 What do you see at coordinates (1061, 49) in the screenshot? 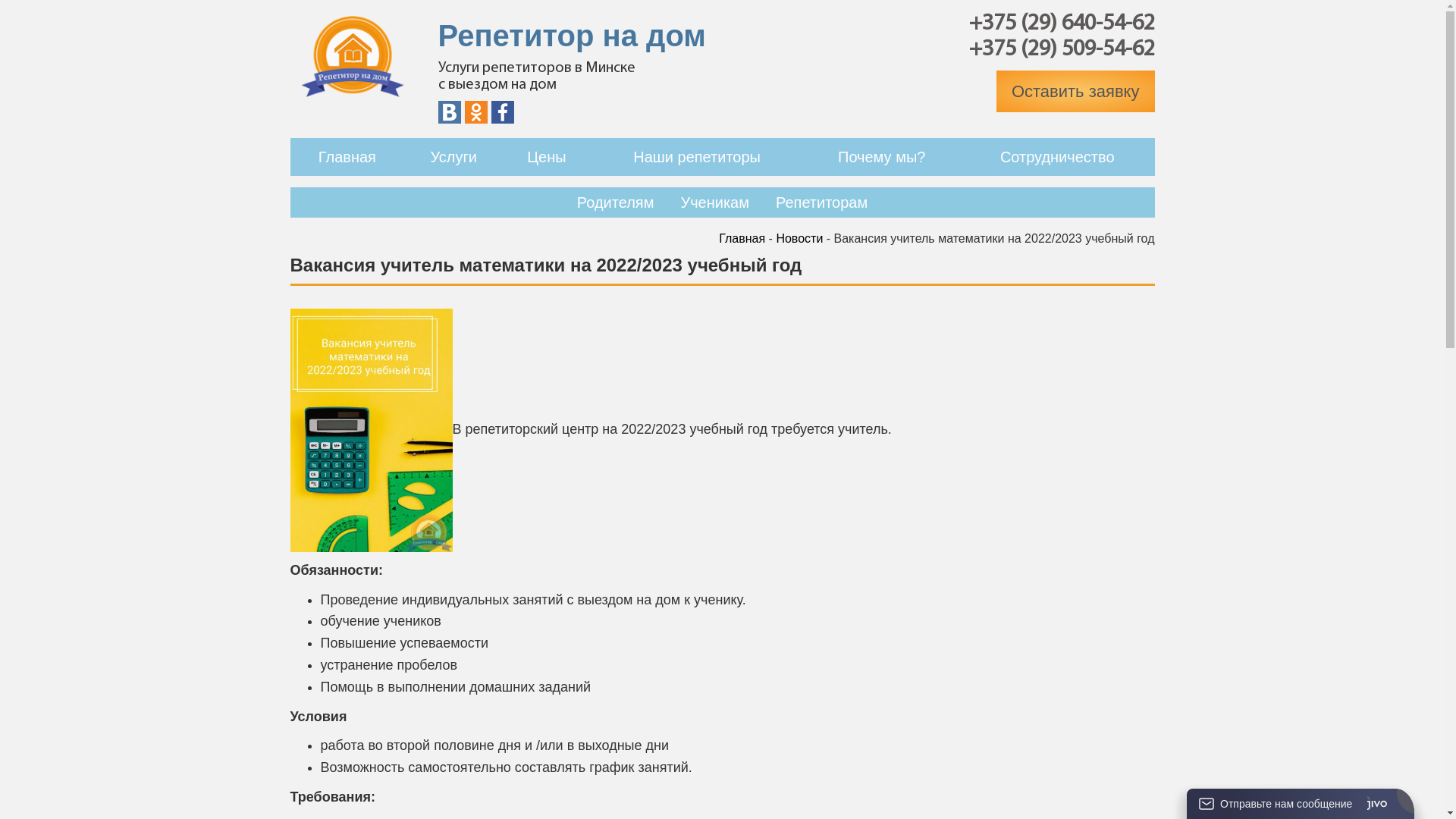
I see `'+375 (29) 509-54-62'` at bounding box center [1061, 49].